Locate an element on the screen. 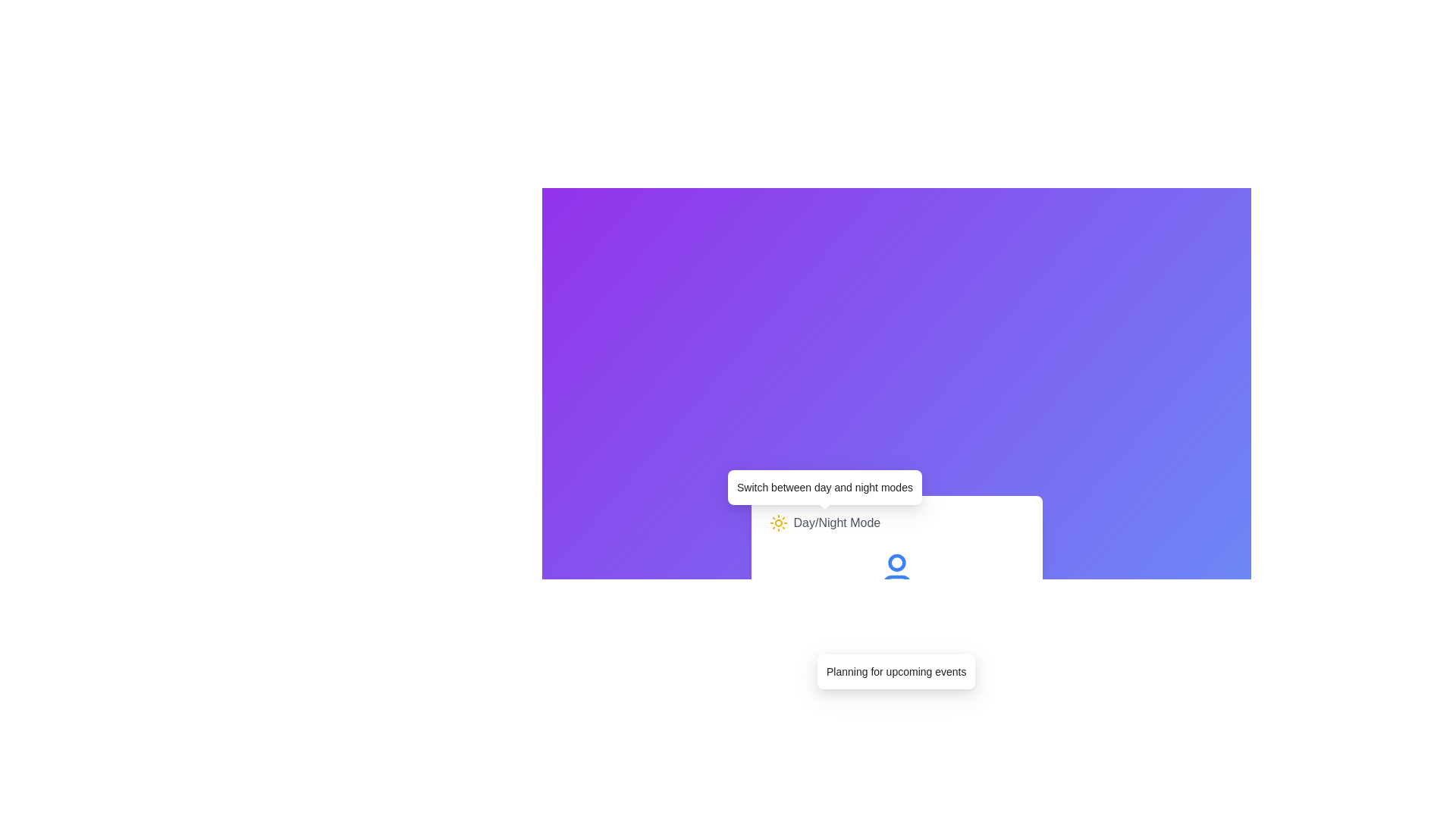  'Day/Night Mode' toggle icon located to the immediate left of the text, for accessibility purposes is located at coordinates (778, 522).